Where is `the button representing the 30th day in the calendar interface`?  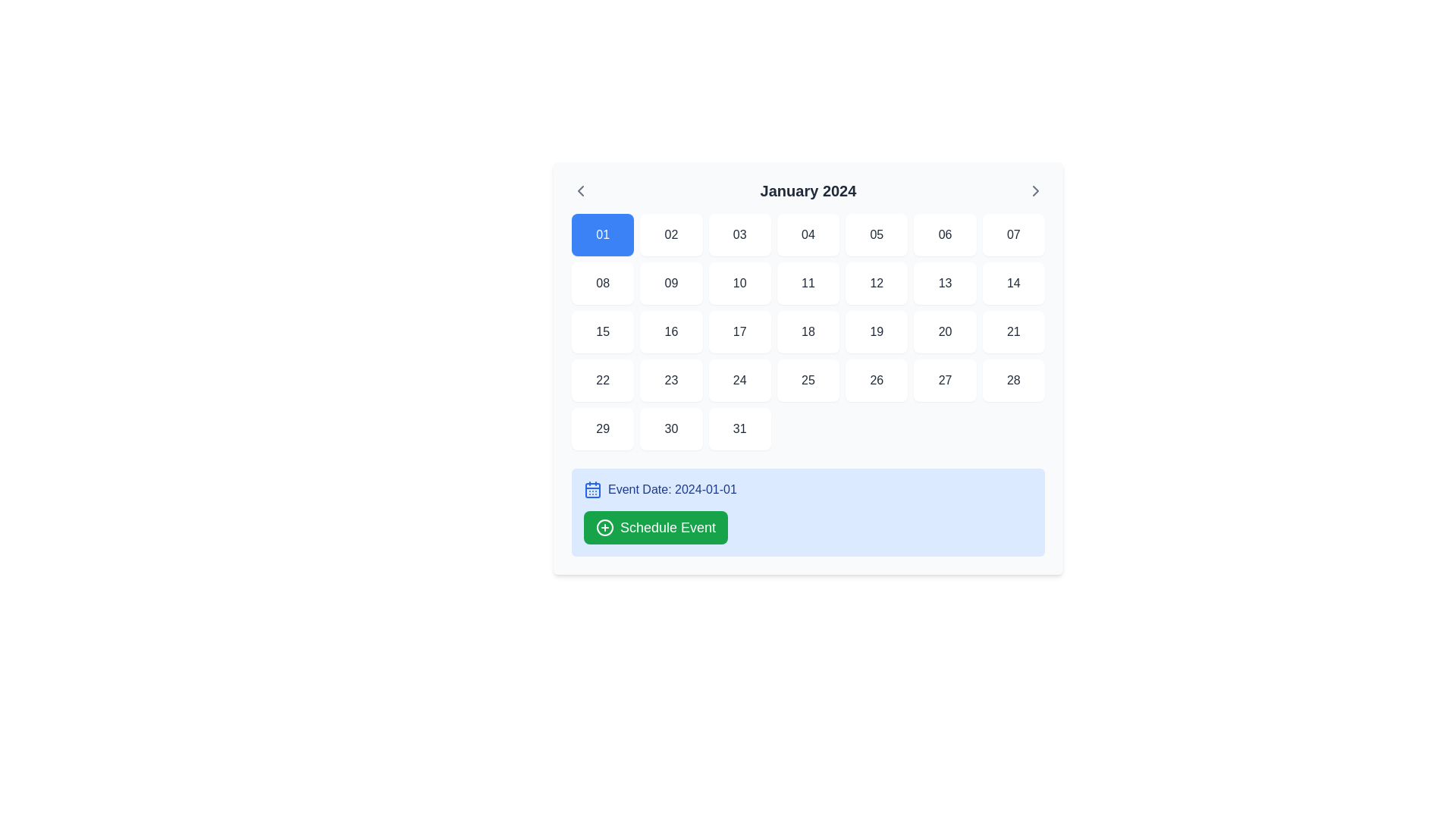
the button representing the 30th day in the calendar interface is located at coordinates (670, 429).